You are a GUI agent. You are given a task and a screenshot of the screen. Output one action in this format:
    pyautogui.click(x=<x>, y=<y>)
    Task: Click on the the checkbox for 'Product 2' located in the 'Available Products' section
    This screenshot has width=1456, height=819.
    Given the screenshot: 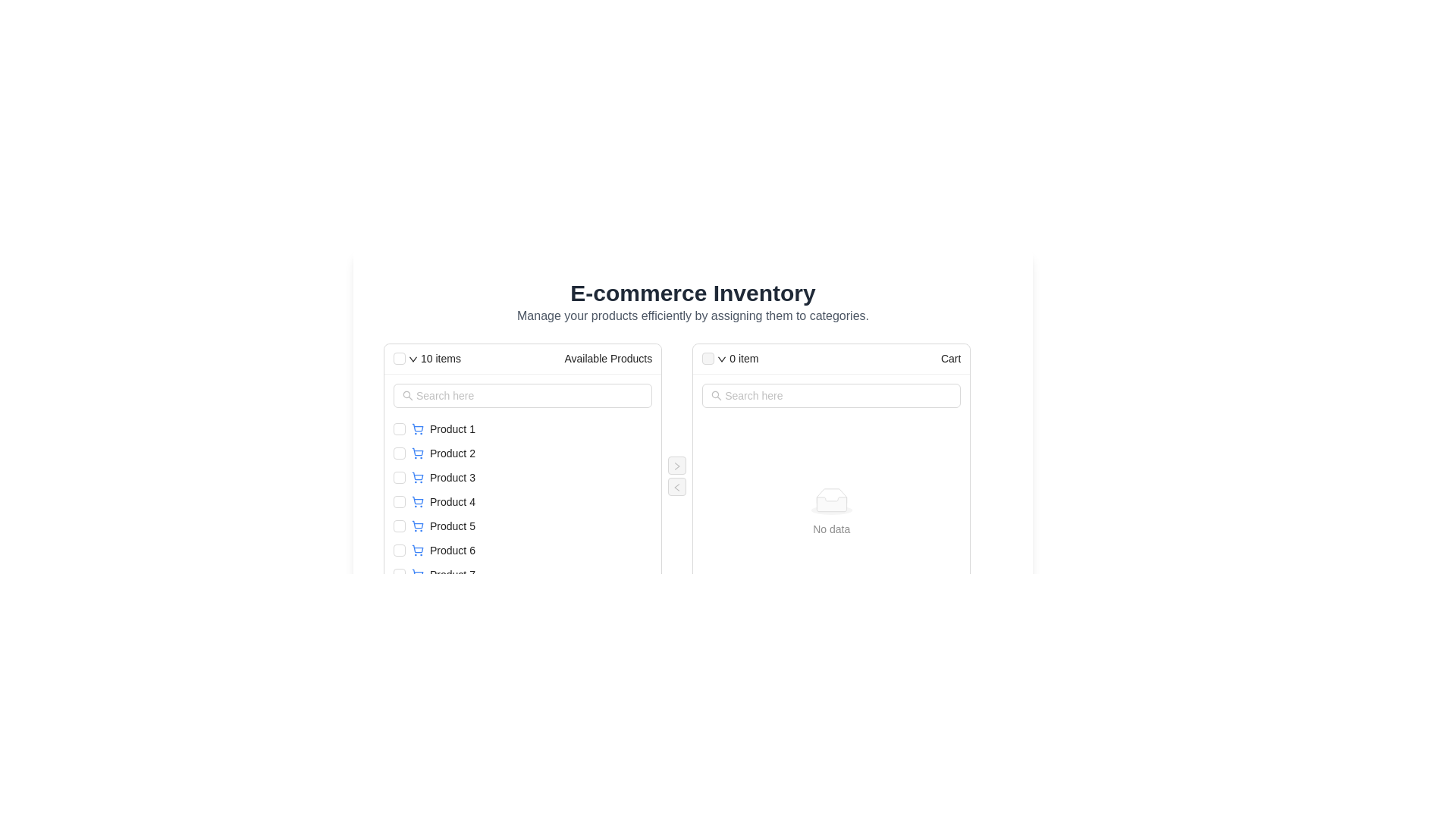 What is the action you would take?
    pyautogui.click(x=400, y=452)
    